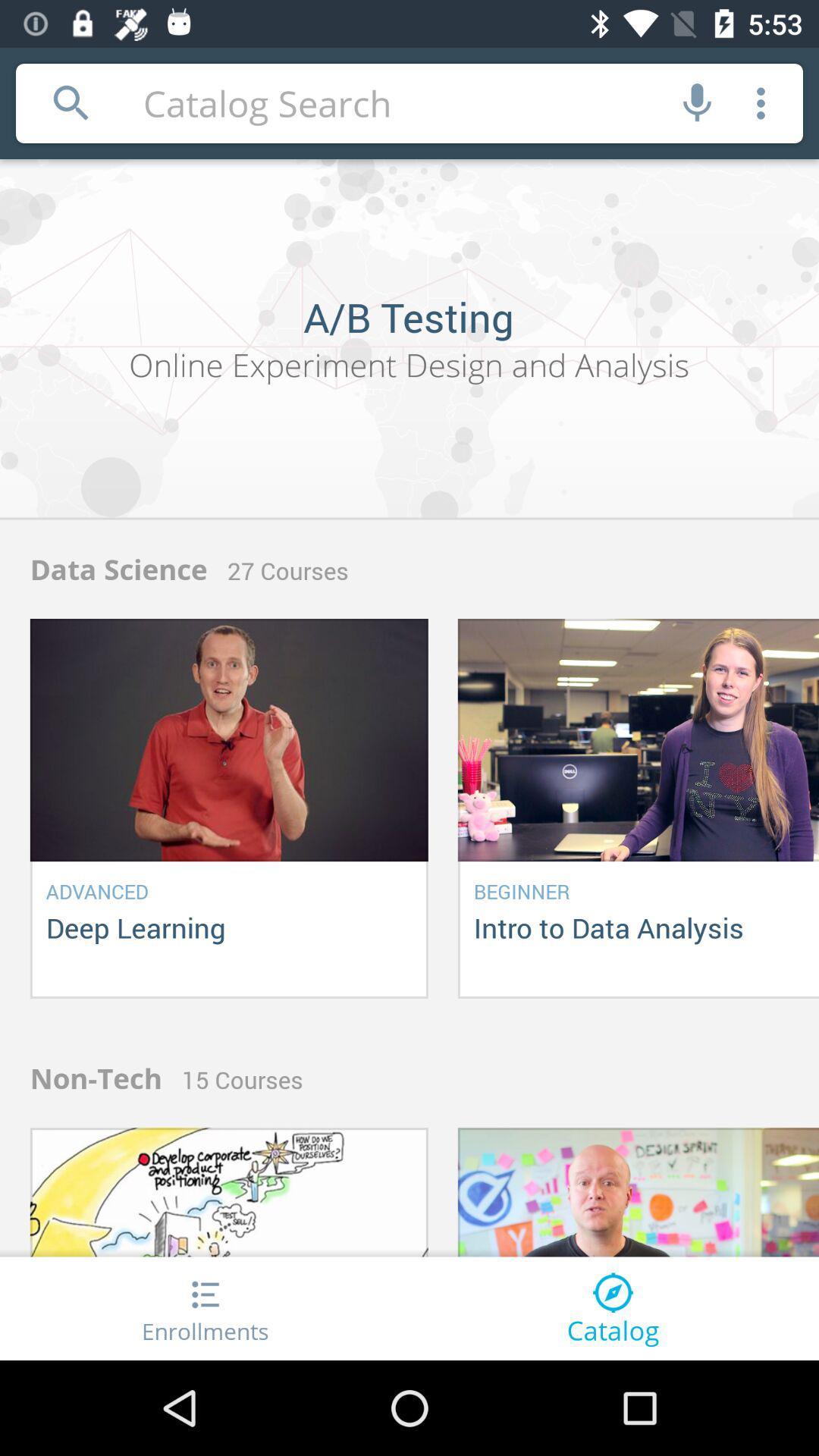 This screenshot has width=819, height=1456. I want to click on the icon to the right of catalog search, so click(697, 102).